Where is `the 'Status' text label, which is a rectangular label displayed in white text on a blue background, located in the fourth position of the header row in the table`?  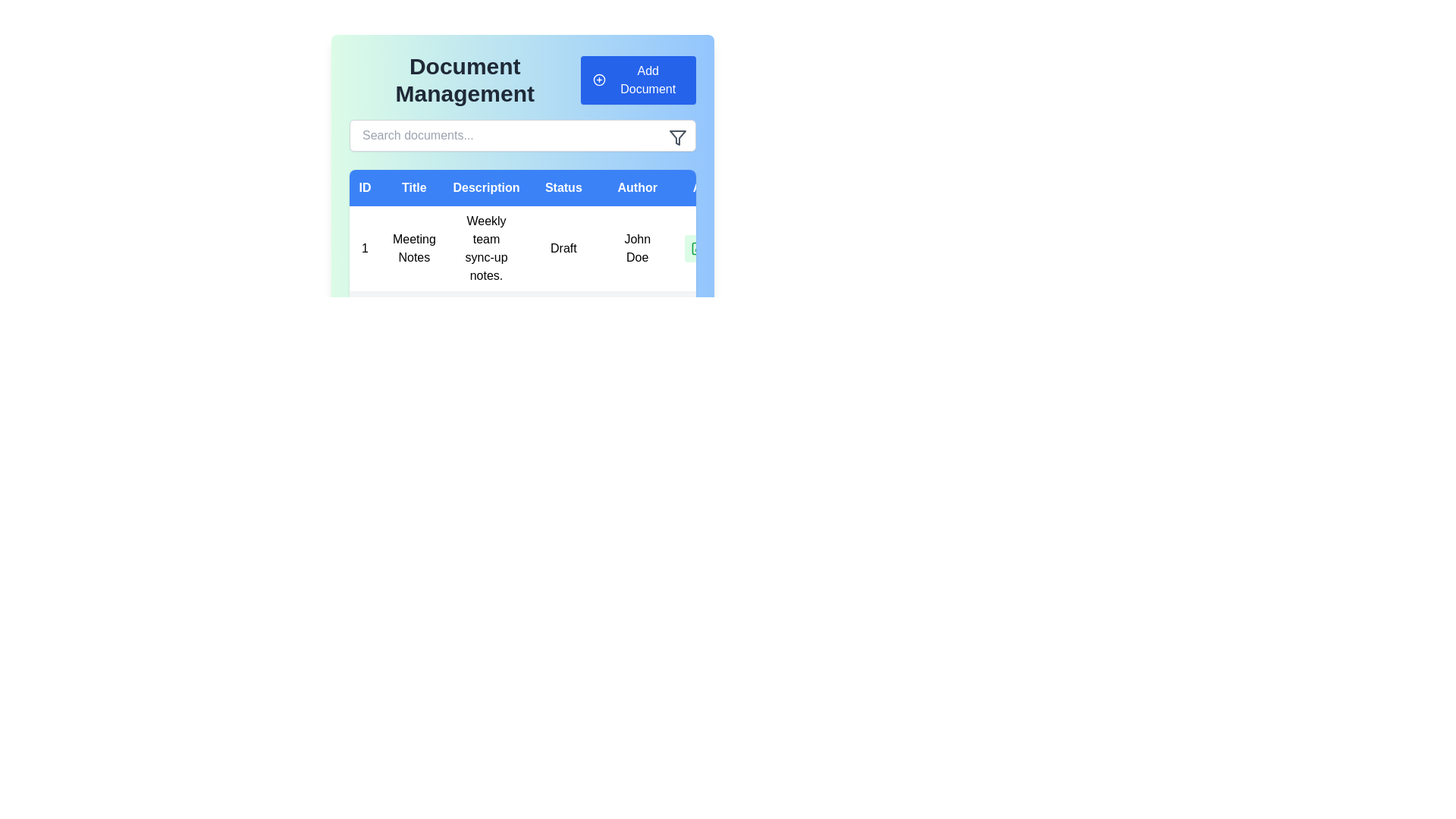 the 'Status' text label, which is a rectangular label displayed in white text on a blue background, located in the fourth position of the header row in the table is located at coordinates (563, 187).